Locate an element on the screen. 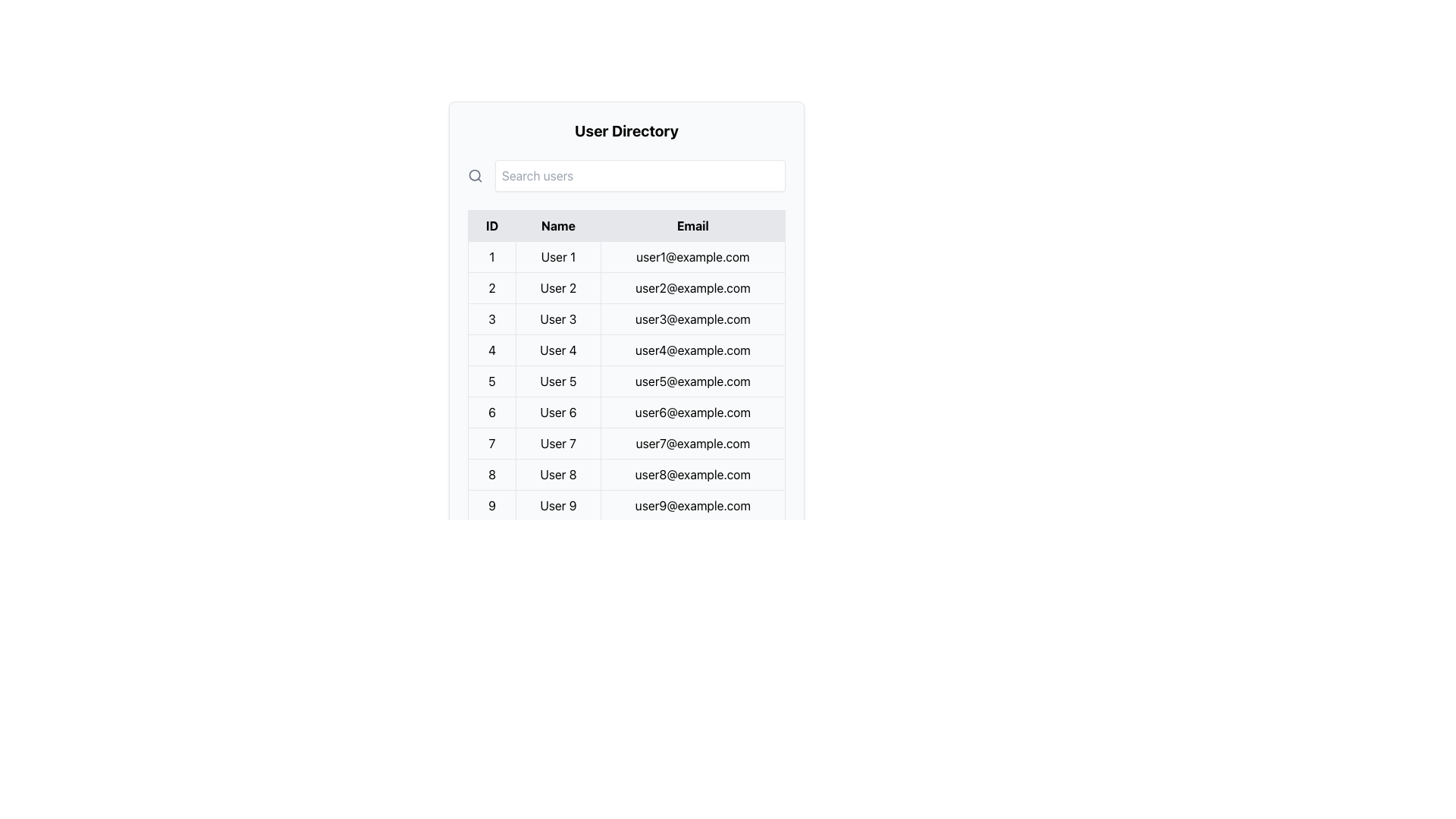 The height and width of the screenshot is (819, 1456). text label displaying 'User 8' located in the middle column of the eighth row of the user directory table is located at coordinates (557, 473).